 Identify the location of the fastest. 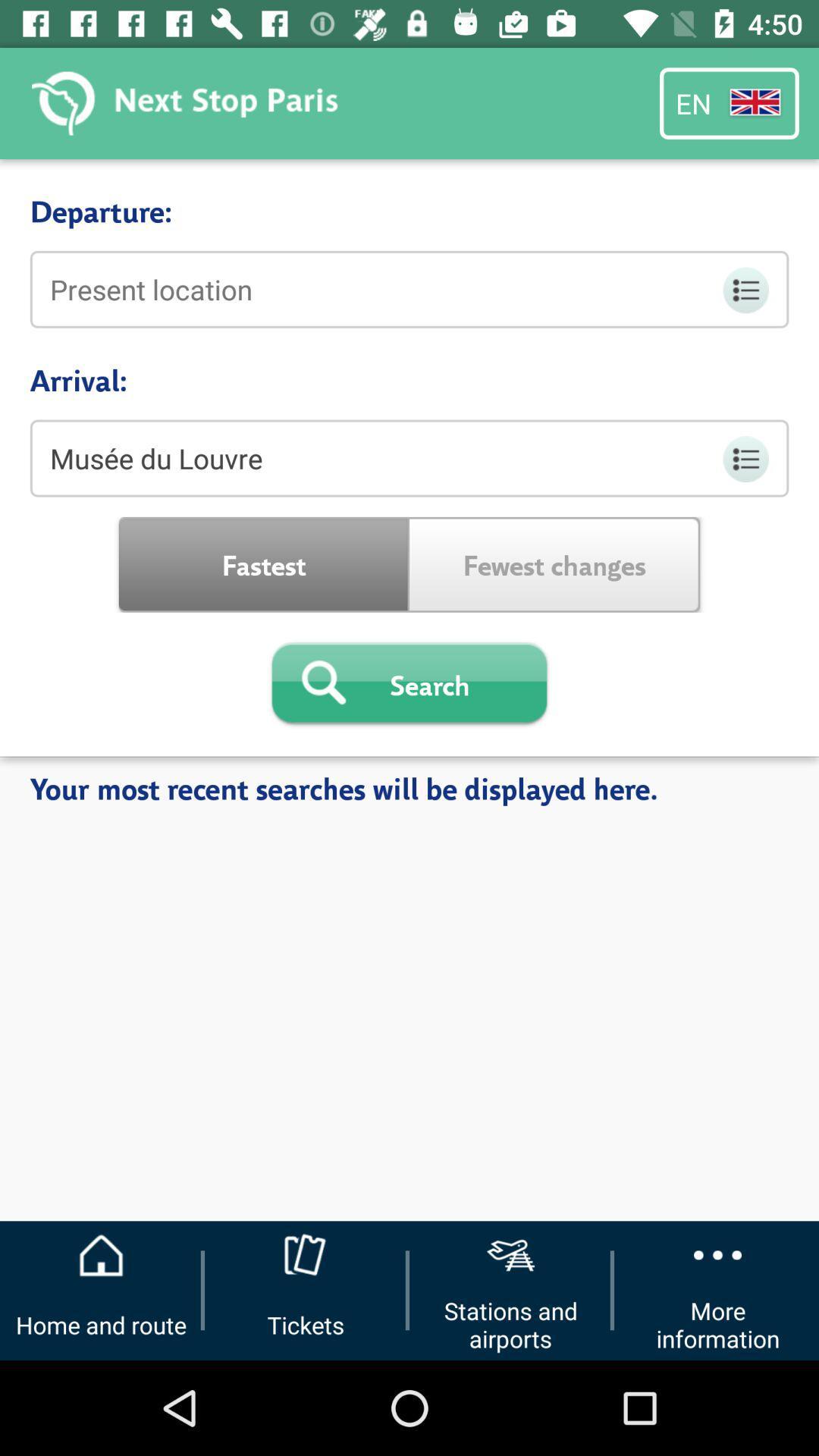
(263, 563).